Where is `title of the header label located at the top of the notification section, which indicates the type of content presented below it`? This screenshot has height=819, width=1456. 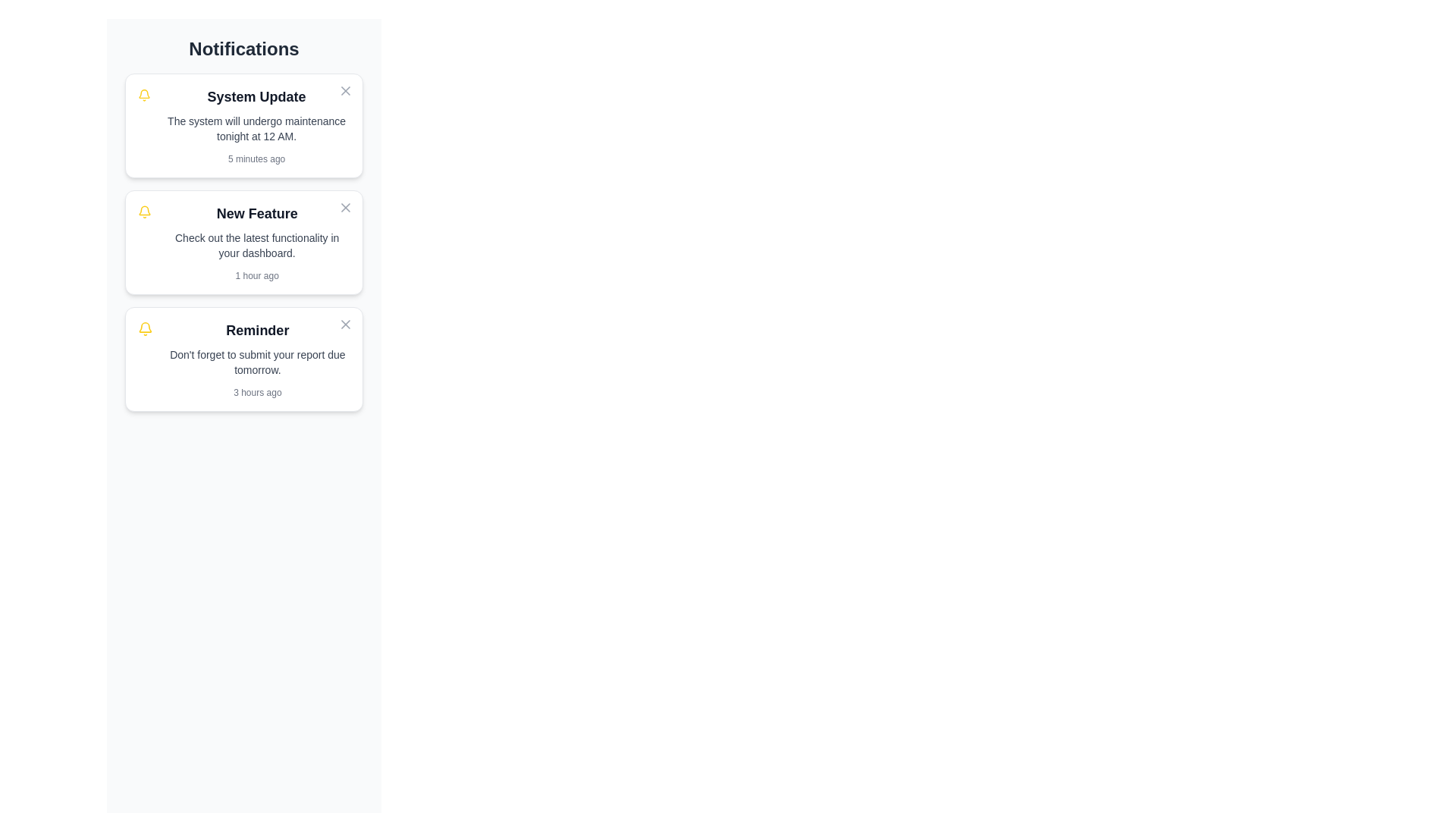 title of the header label located at the top of the notification section, which indicates the type of content presented below it is located at coordinates (243, 49).